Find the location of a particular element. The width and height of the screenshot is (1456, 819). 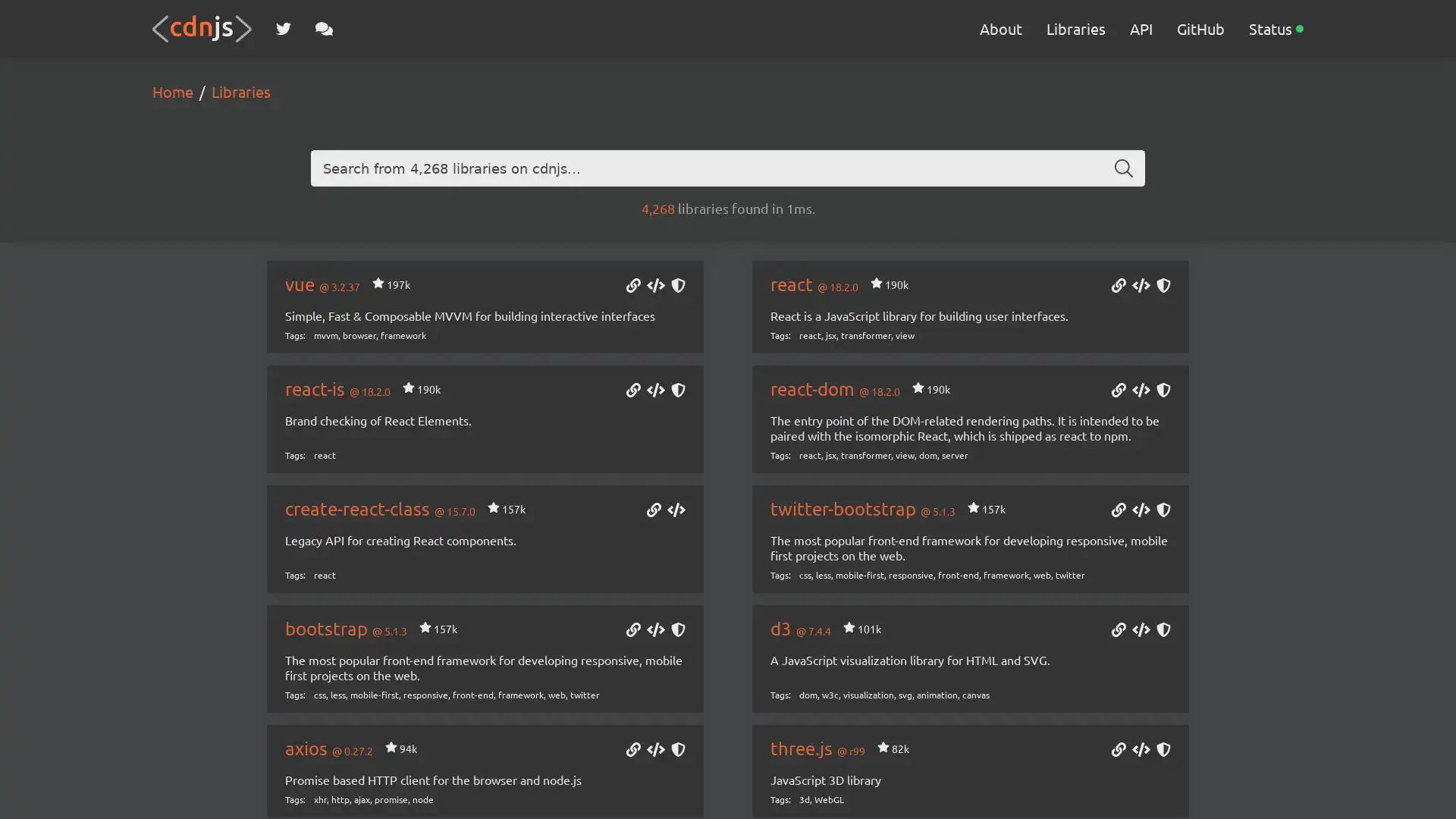

Copy Script Tag is located at coordinates (655, 391).